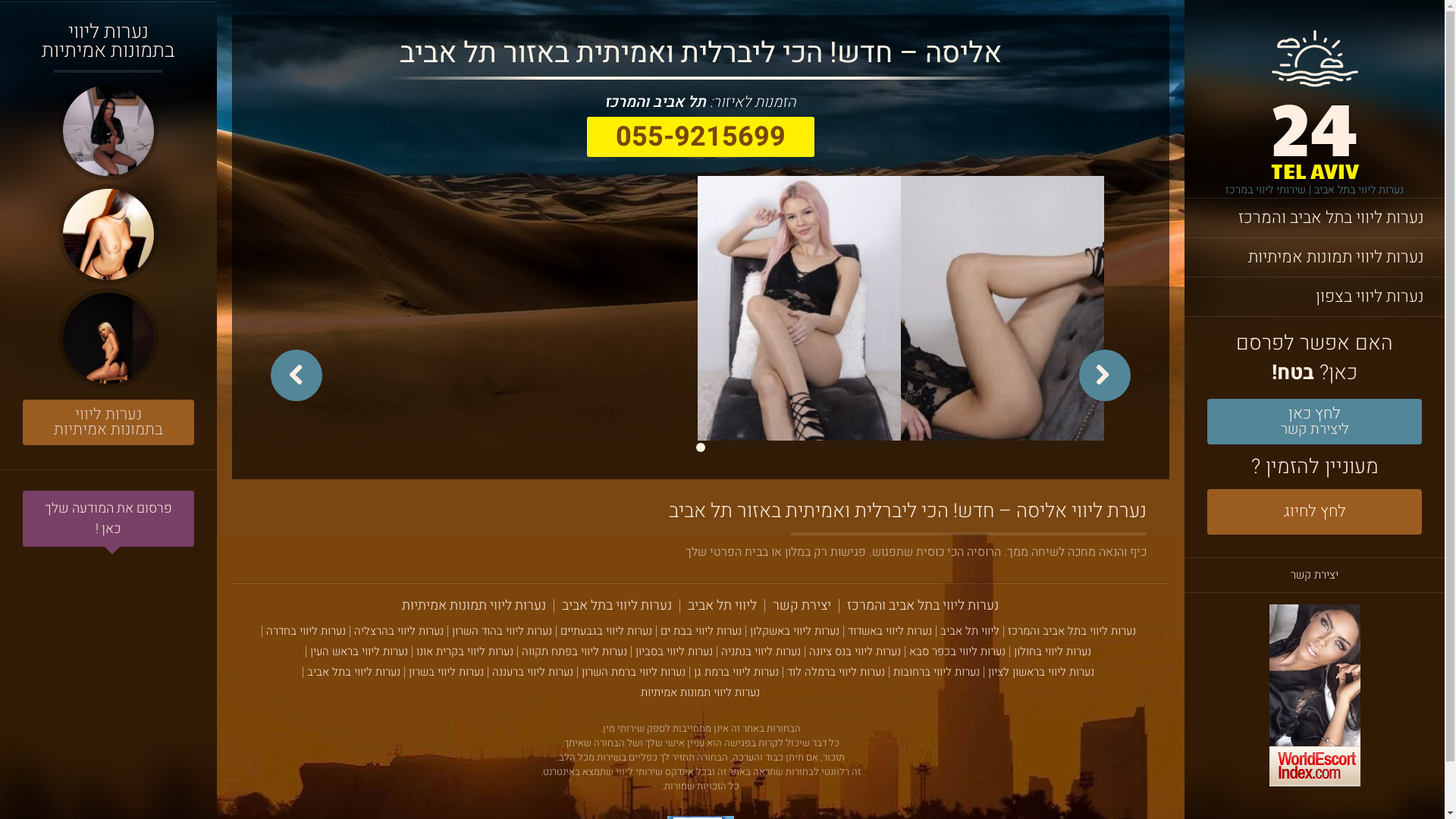 The height and width of the screenshot is (819, 1456). I want to click on '055-9215699', so click(699, 136).